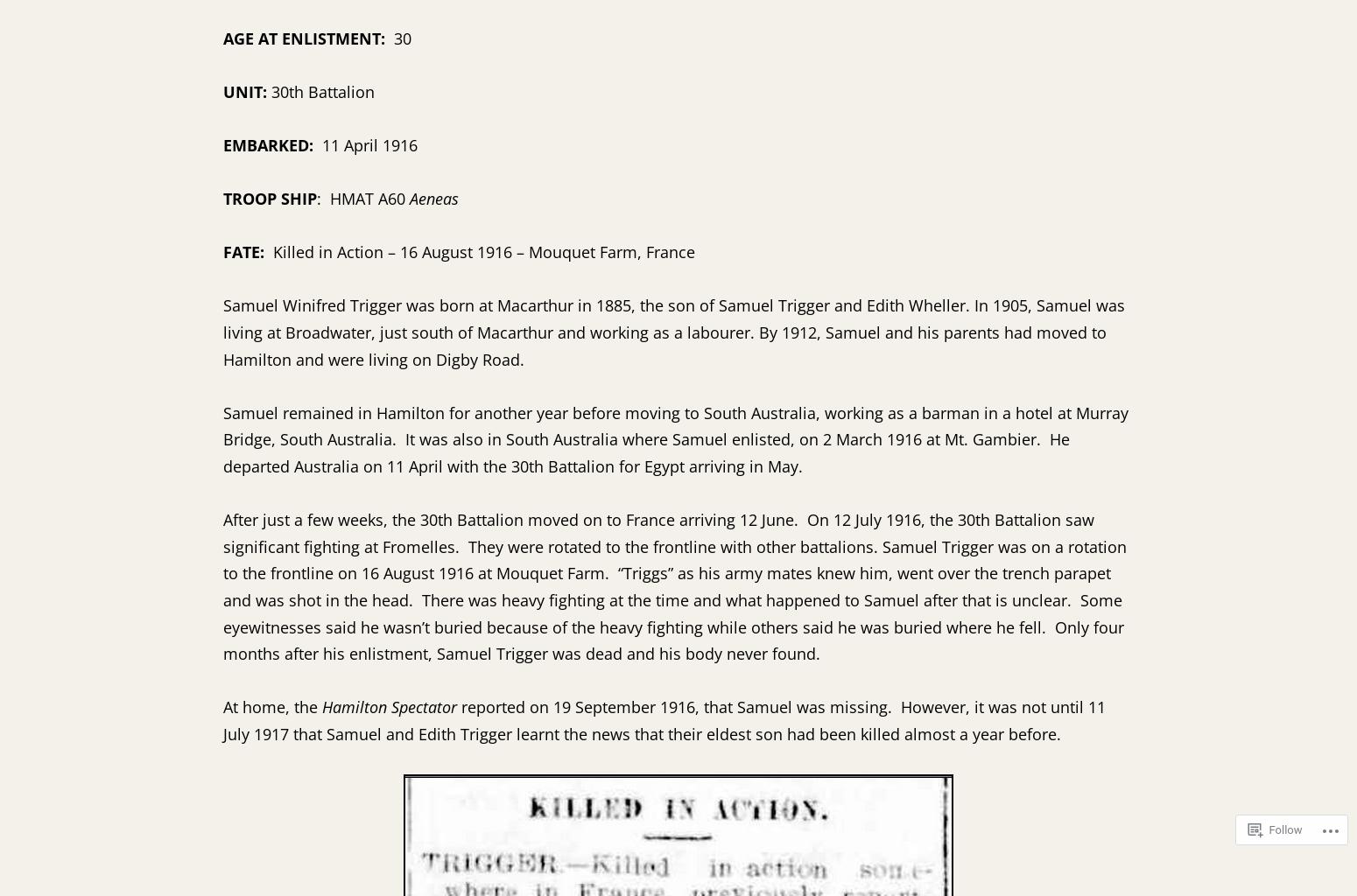  Describe the element at coordinates (222, 437) in the screenshot. I see `'Samuel remained in Hamilton for another year before moving to South Australia, working as a barman in a hotel at Murray Bridge, South Australia.  It was also in South Australia where Samuel enlisted, on 2 March 1916 at Mt. Gambier.  He departed Australia on 11 April with the 30th Battalion for Egypt arriving in May.'` at that location.